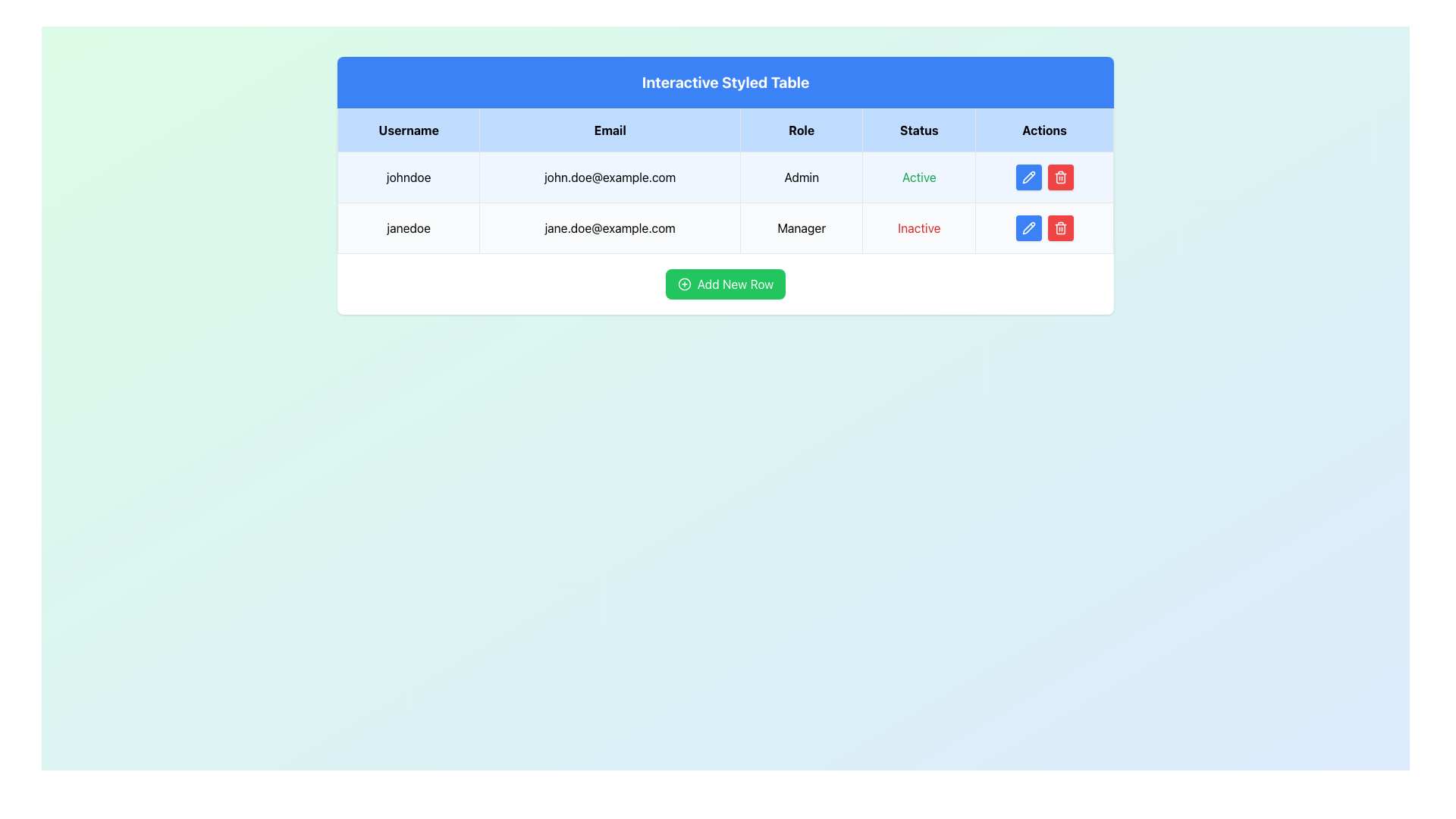  Describe the element at coordinates (918, 227) in the screenshot. I see `the 'Inactive' status text label for user 'janedoe' located in the 'Status' column of the second row in the table` at that location.